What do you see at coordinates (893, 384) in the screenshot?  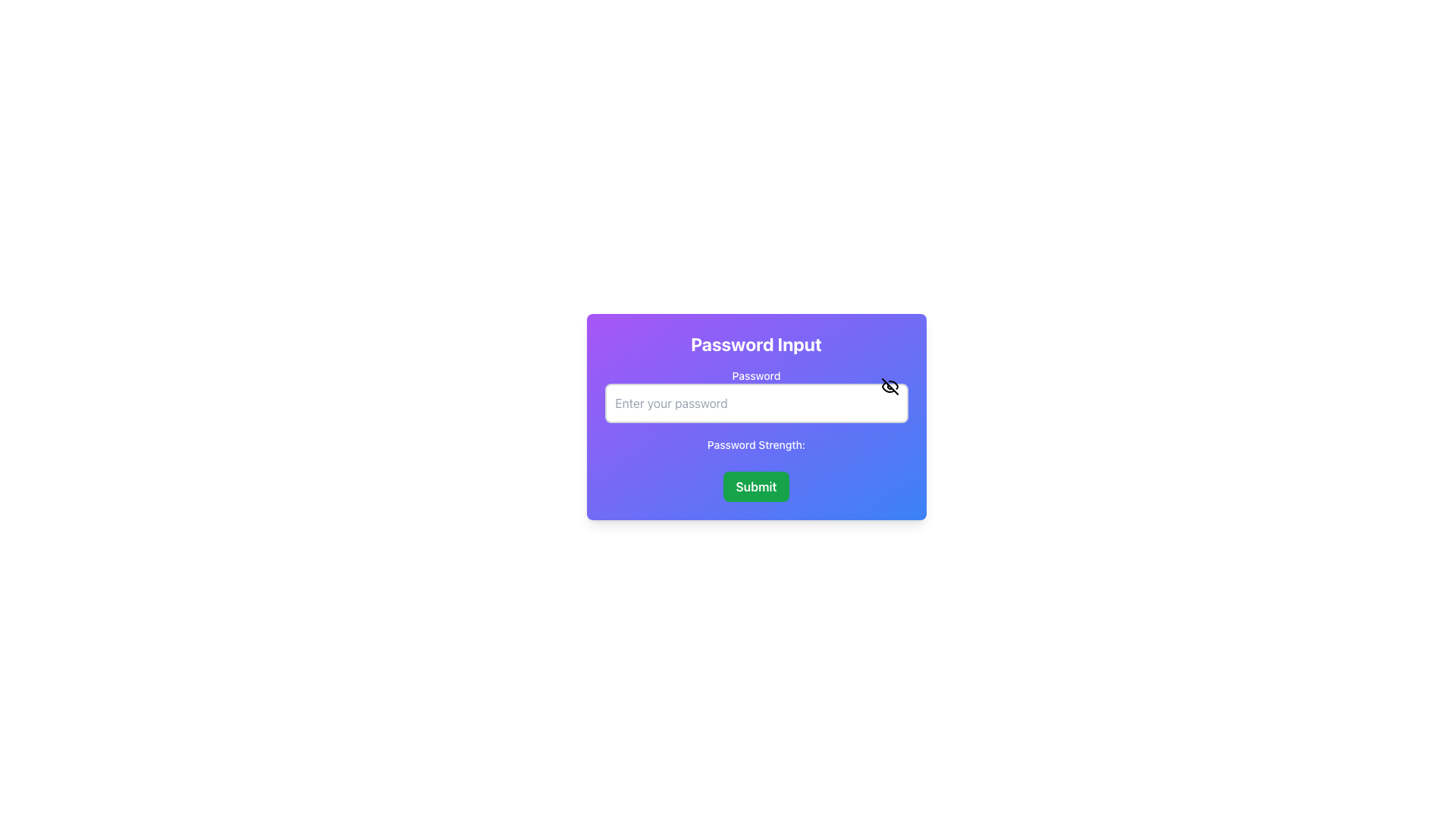 I see `the primary curved line of the eye-slash icon indicating hidden password functionality, located at the right end of the password input field` at bounding box center [893, 384].